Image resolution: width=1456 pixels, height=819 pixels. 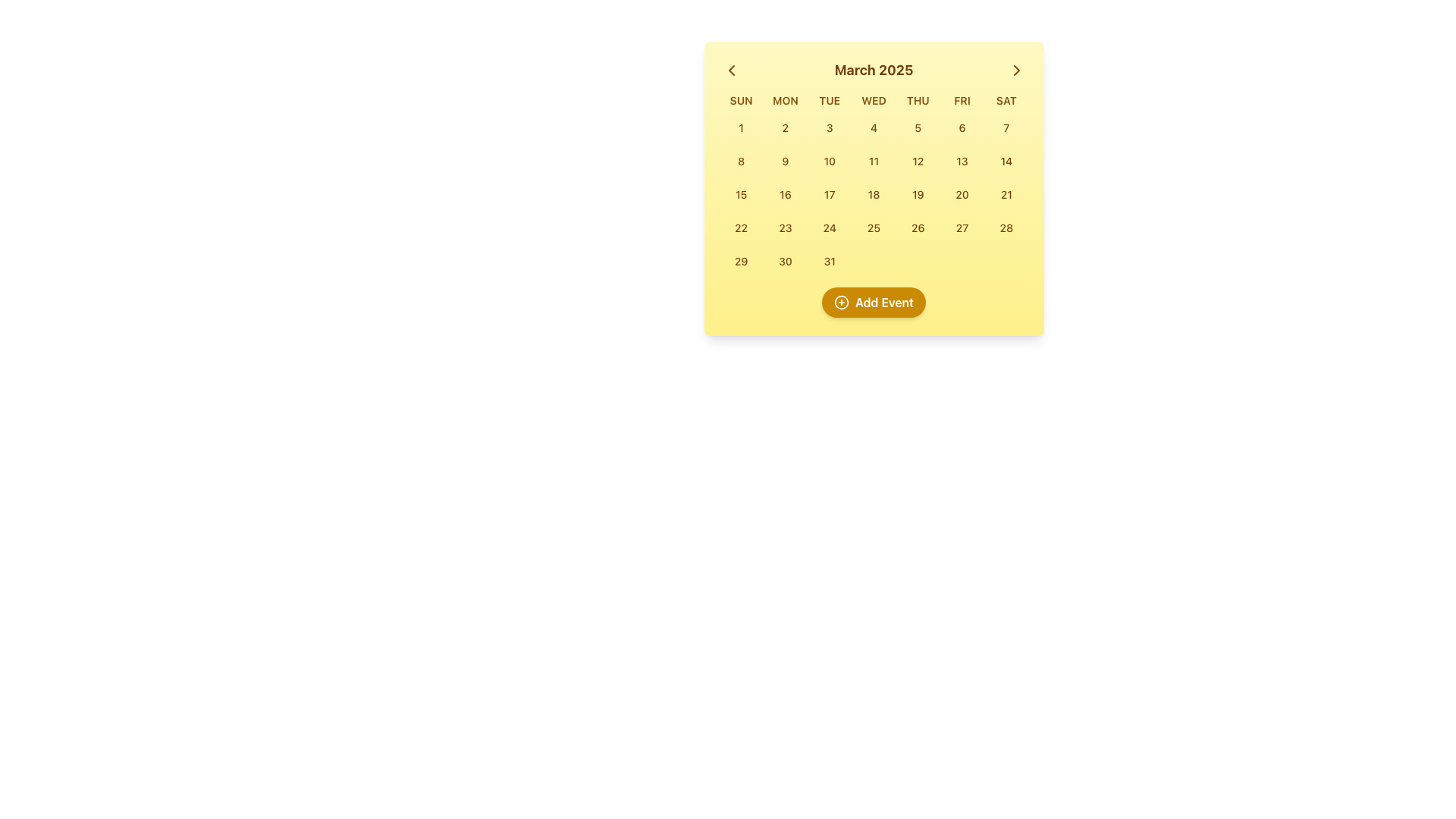 What do you see at coordinates (1006, 100) in the screenshot?
I see `text 'SAT' displayed in uppercase with a bold font weight and dark yellow color, located as the last item in the row of abbreviated weekday names at the top of the calendar interface` at bounding box center [1006, 100].